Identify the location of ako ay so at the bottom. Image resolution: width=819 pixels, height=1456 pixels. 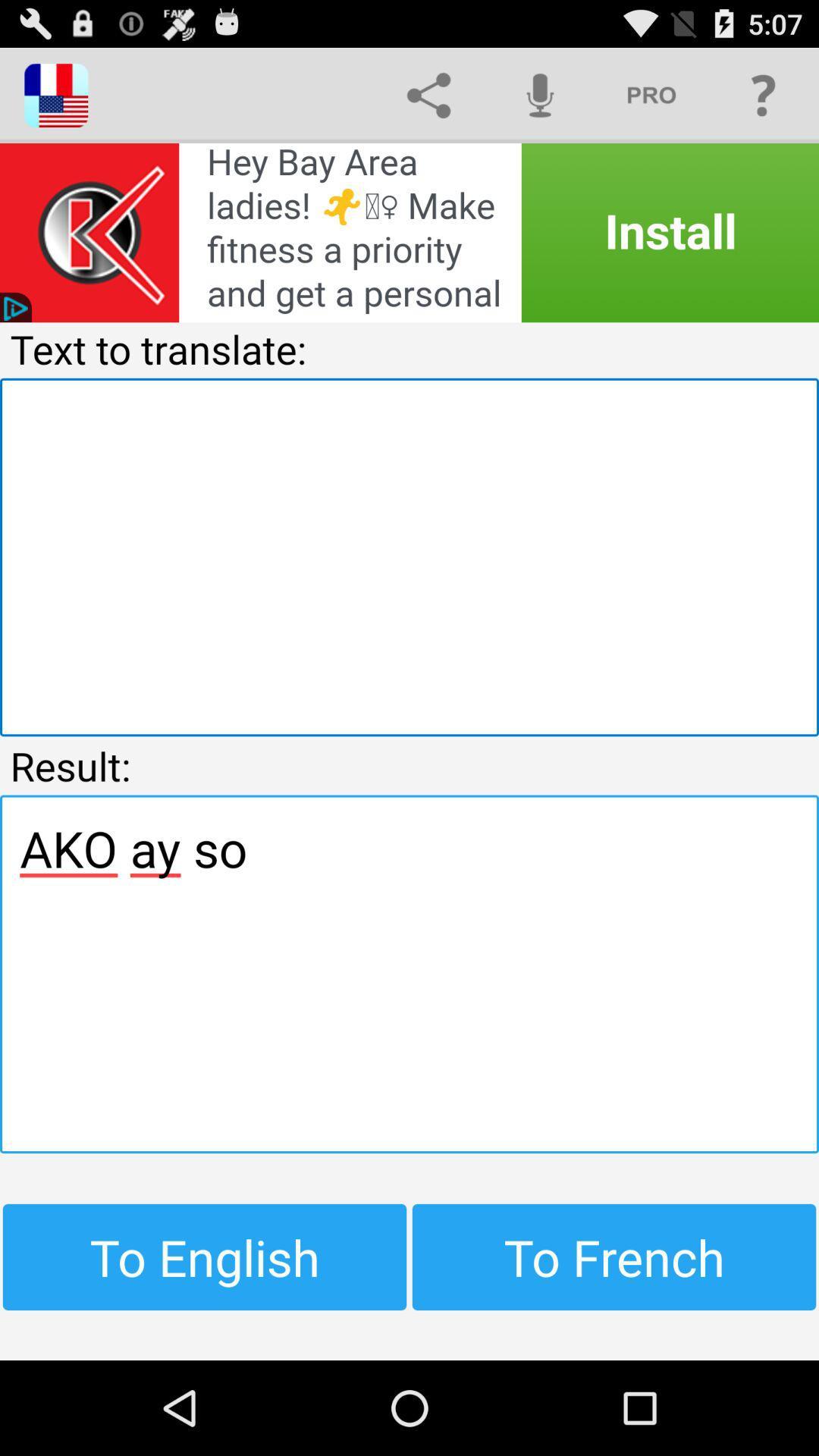
(409, 974).